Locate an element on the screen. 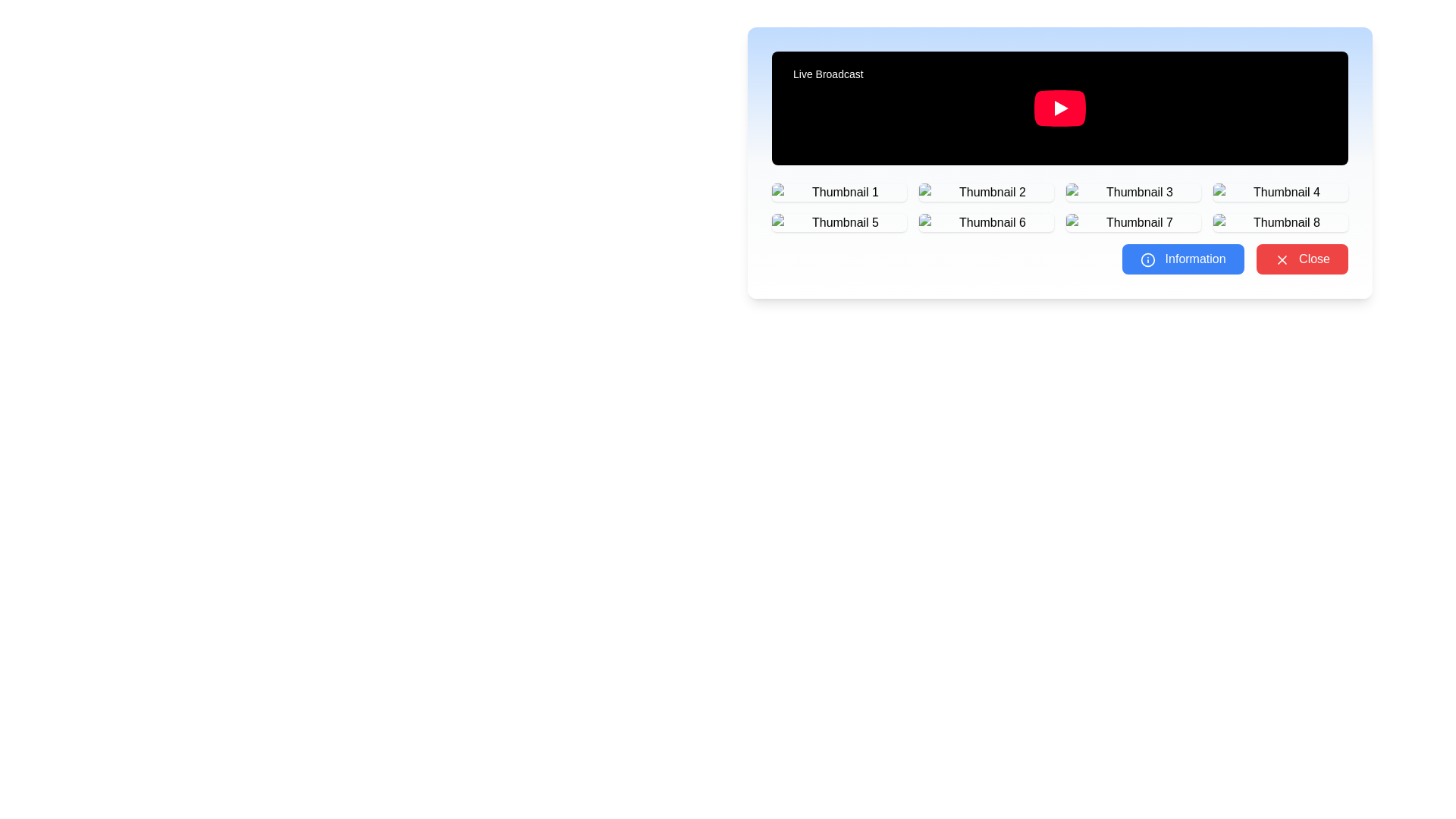 Image resolution: width=1456 pixels, height=819 pixels. the outer circle of the play button SVG icon located in the middle of the Thumbnail 4 button in the second row of buttons under the video display area is located at coordinates (1280, 192).